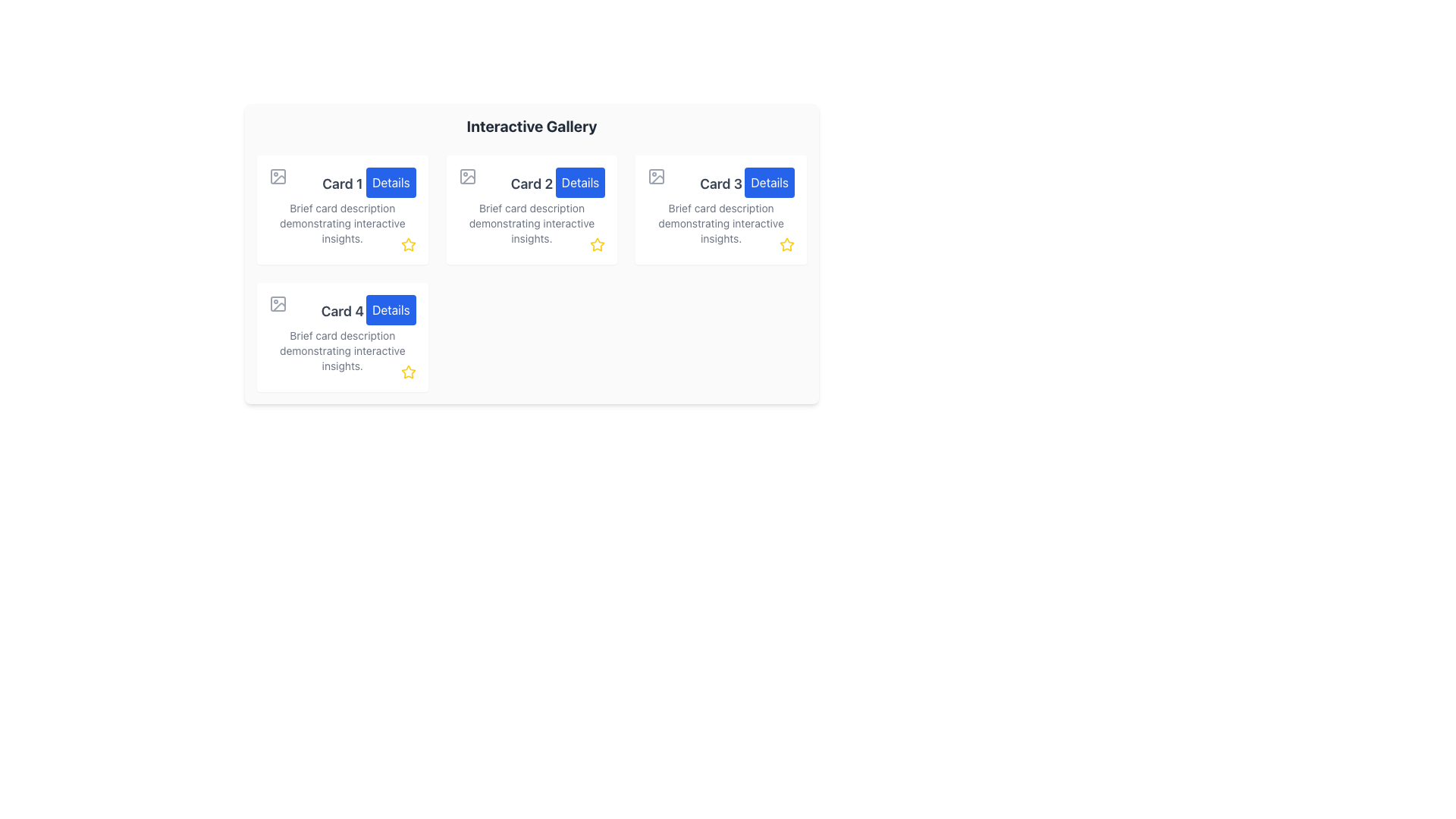 The image size is (1456, 819). I want to click on the yellow star icon located in the bottom-right corner of 'Card 1' to mark the card as favorite, so click(408, 244).